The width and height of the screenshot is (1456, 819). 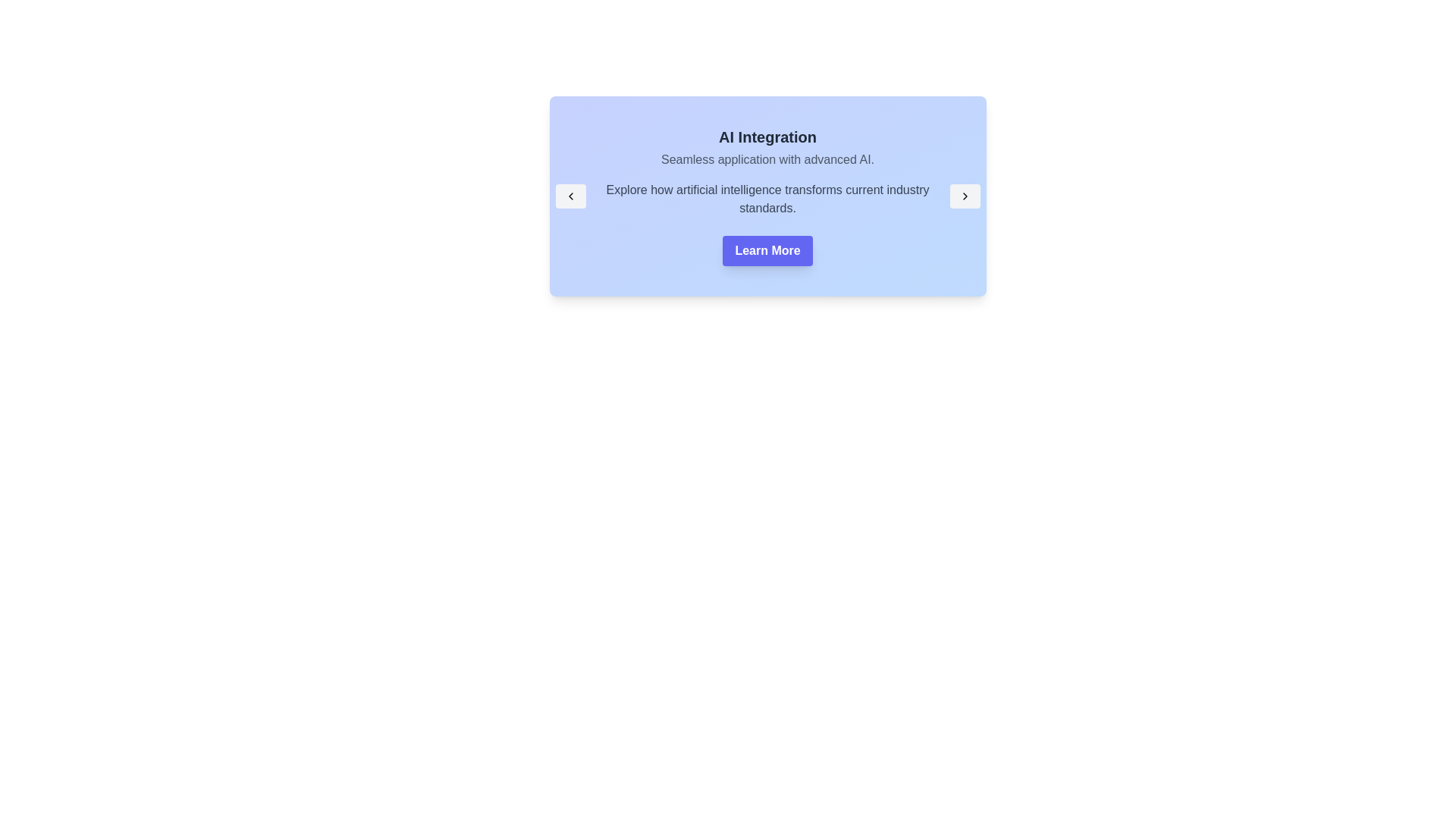 I want to click on the navigational button with an icon embedded, so click(x=570, y=195).